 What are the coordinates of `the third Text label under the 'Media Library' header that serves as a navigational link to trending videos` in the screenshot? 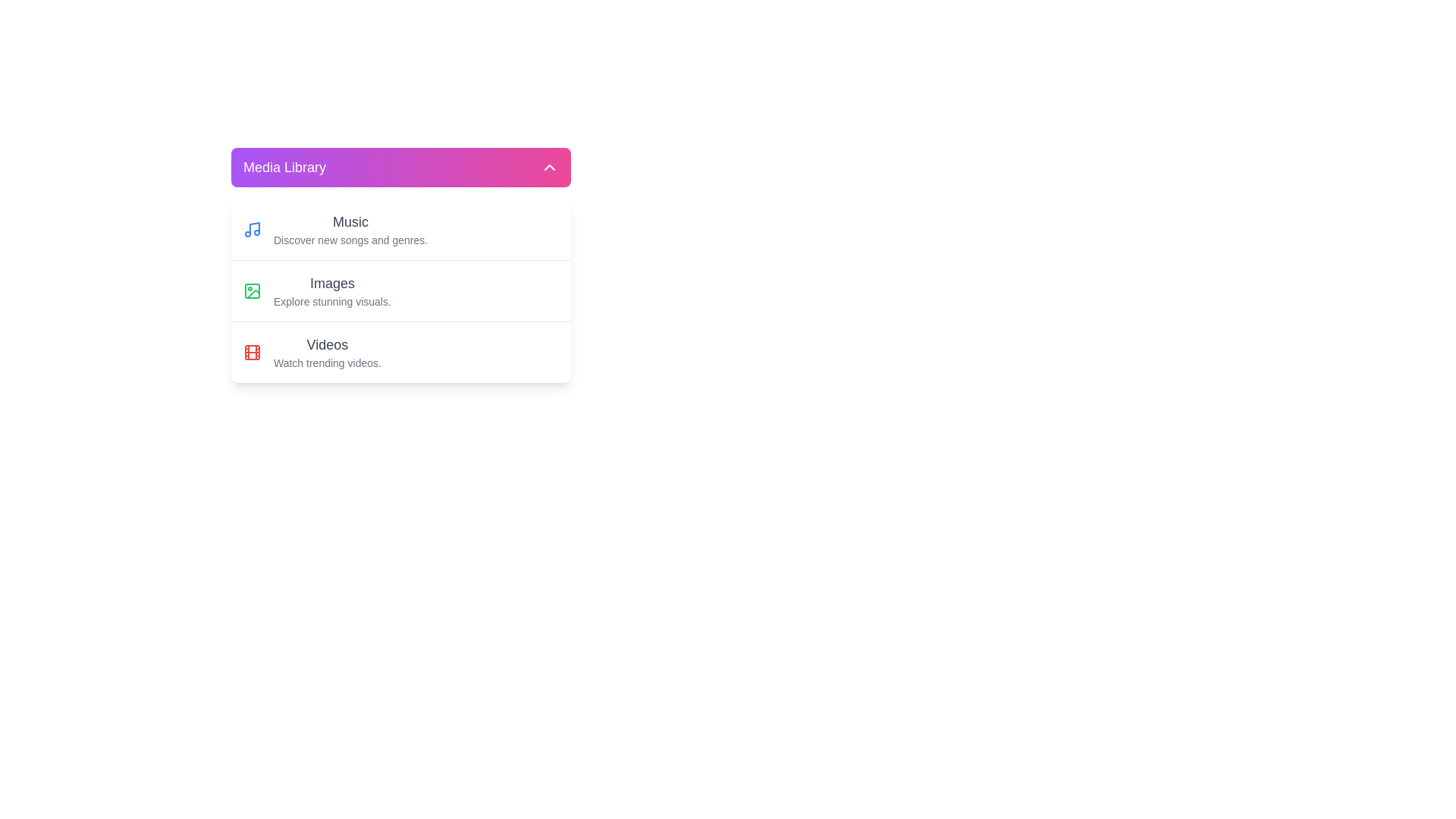 It's located at (327, 353).